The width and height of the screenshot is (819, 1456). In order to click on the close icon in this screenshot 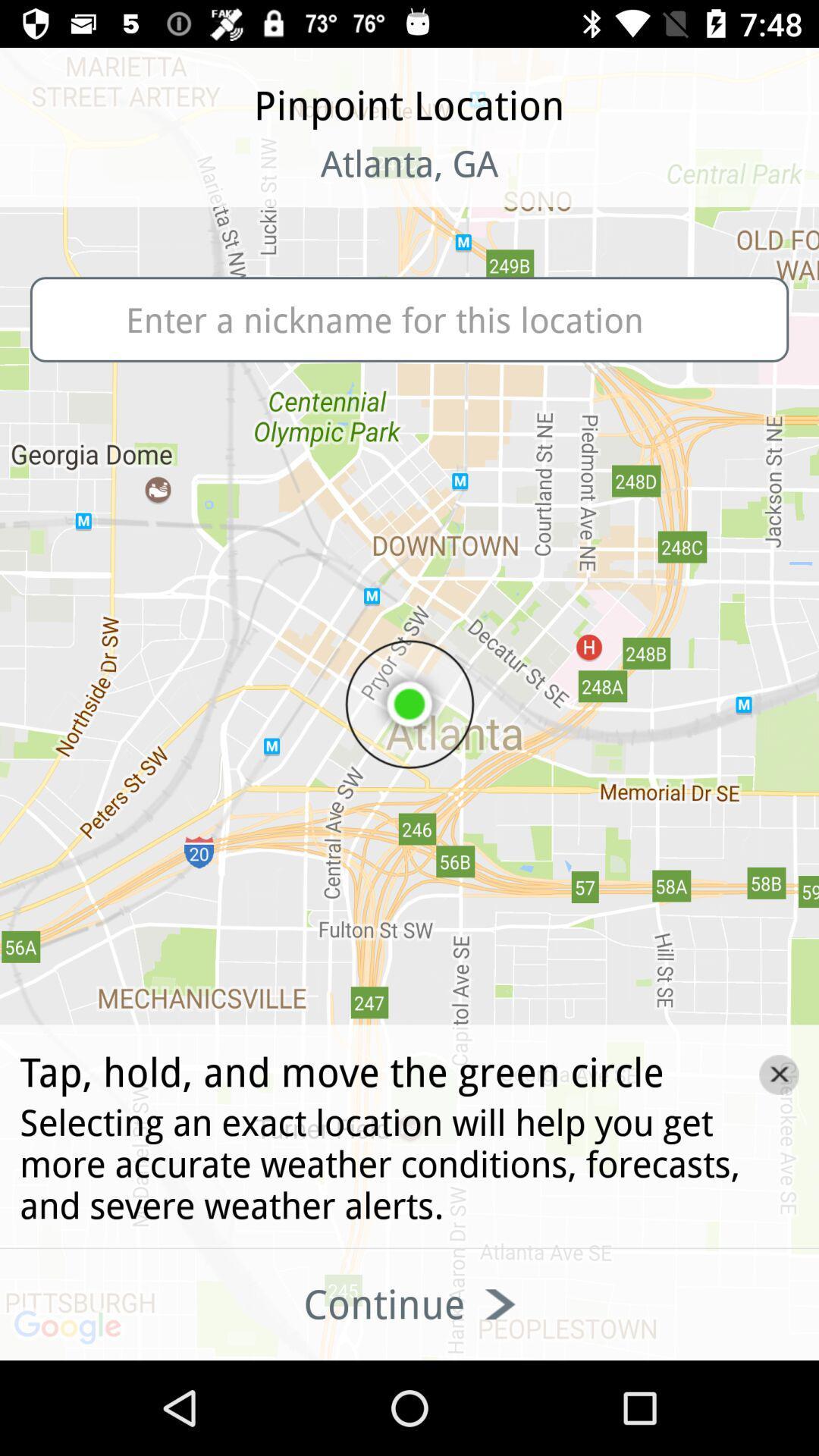, I will do `click(779, 1074)`.